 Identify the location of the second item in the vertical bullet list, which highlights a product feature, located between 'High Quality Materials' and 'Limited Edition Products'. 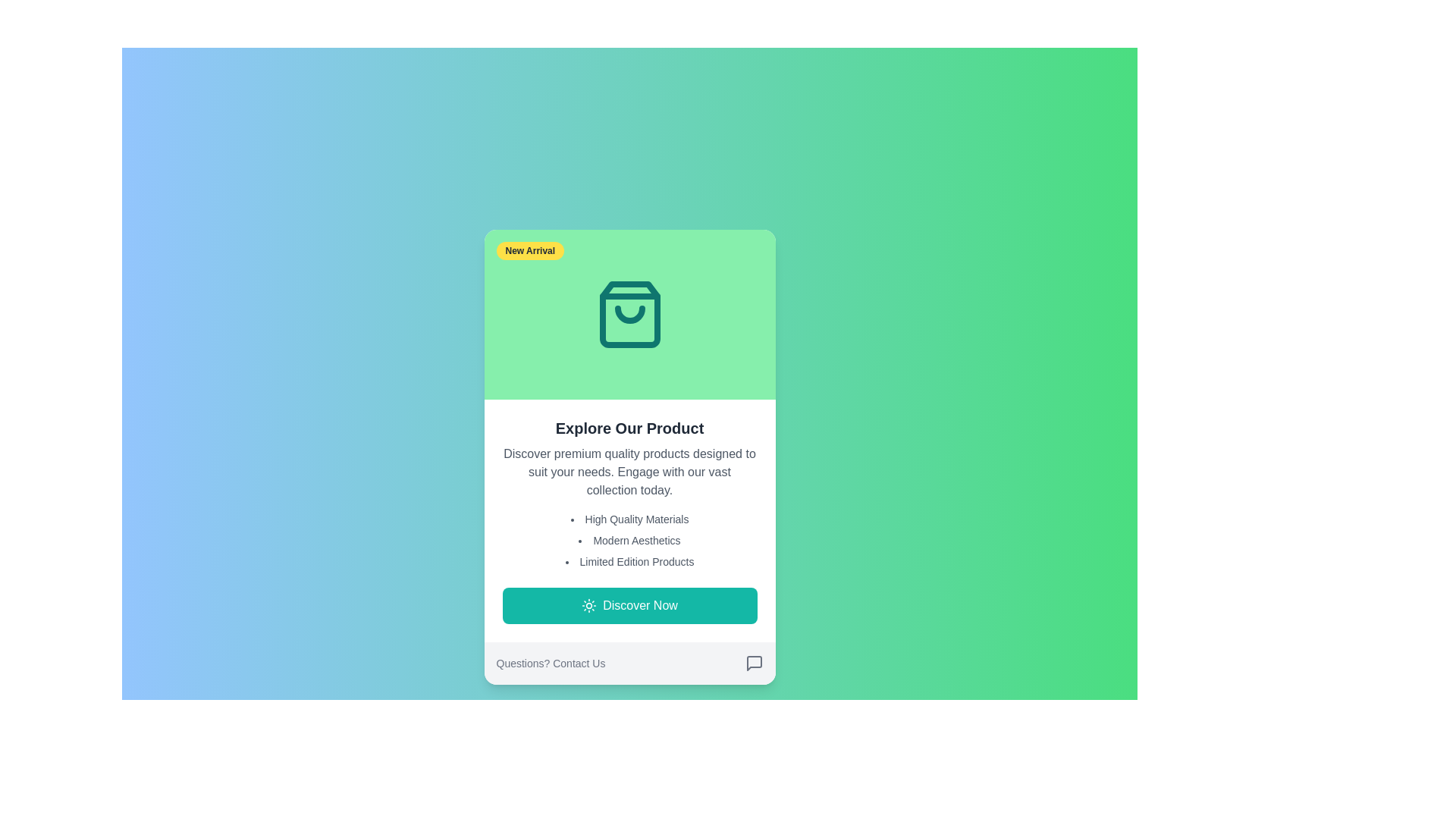
(629, 540).